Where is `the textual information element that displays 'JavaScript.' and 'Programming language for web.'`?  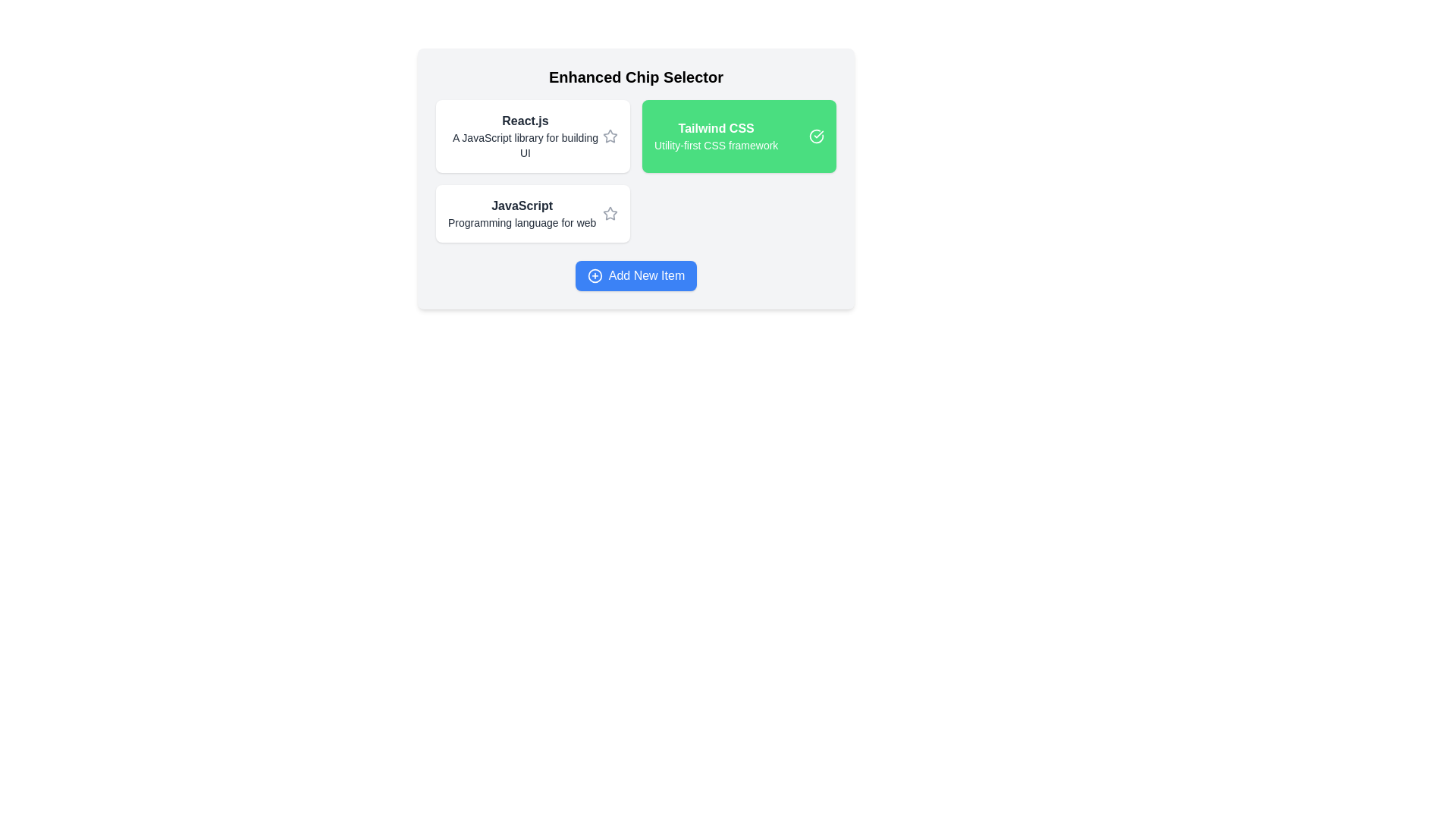 the textual information element that displays 'JavaScript.' and 'Programming language for web.' is located at coordinates (522, 213).